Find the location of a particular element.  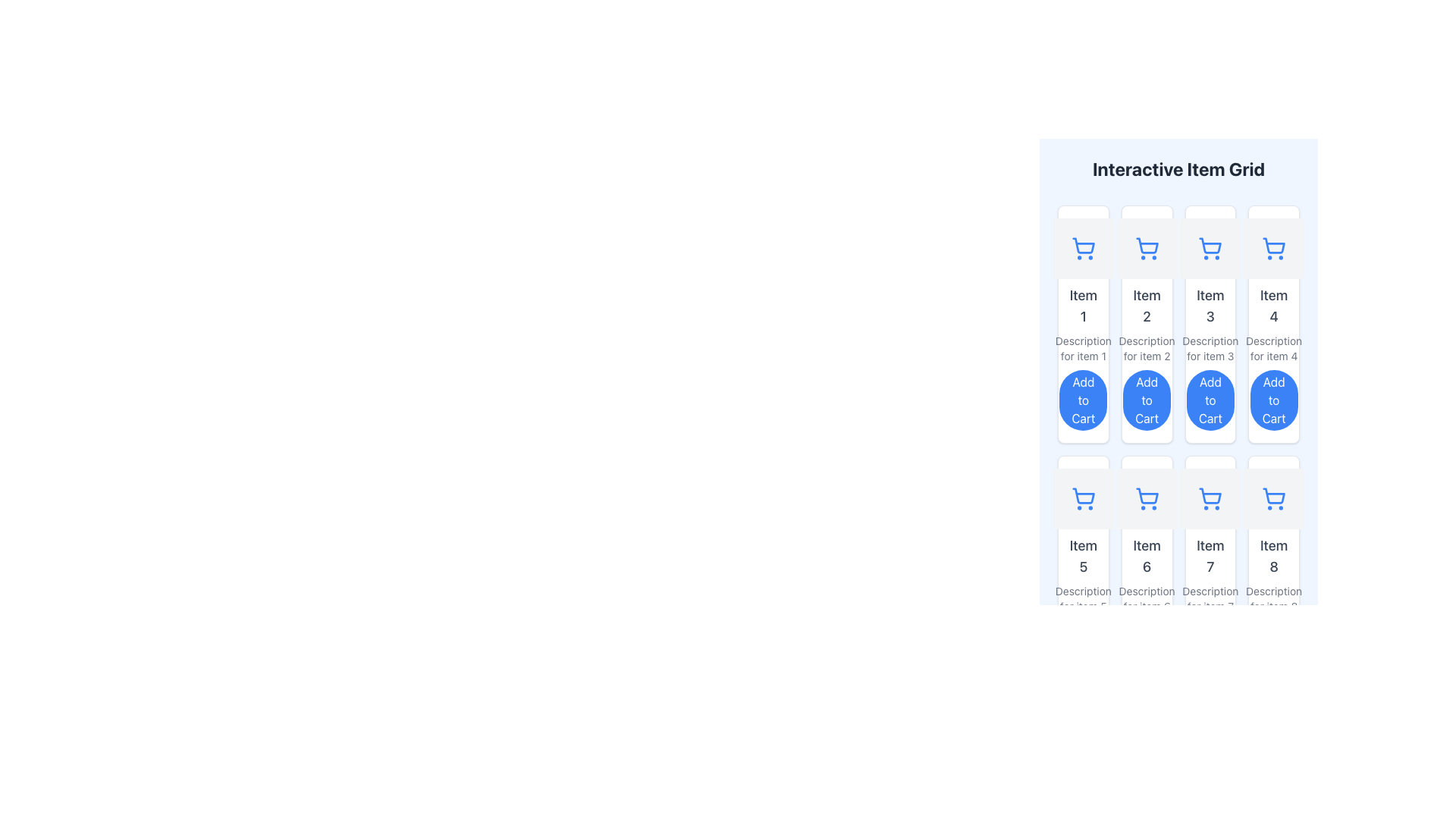

the shopping cart icon located at the top right corner of the fourth column in the 'Interactive Item Grid', which is positioned above 'Item 4' and the 'Add to Cart' button is located at coordinates (1274, 247).